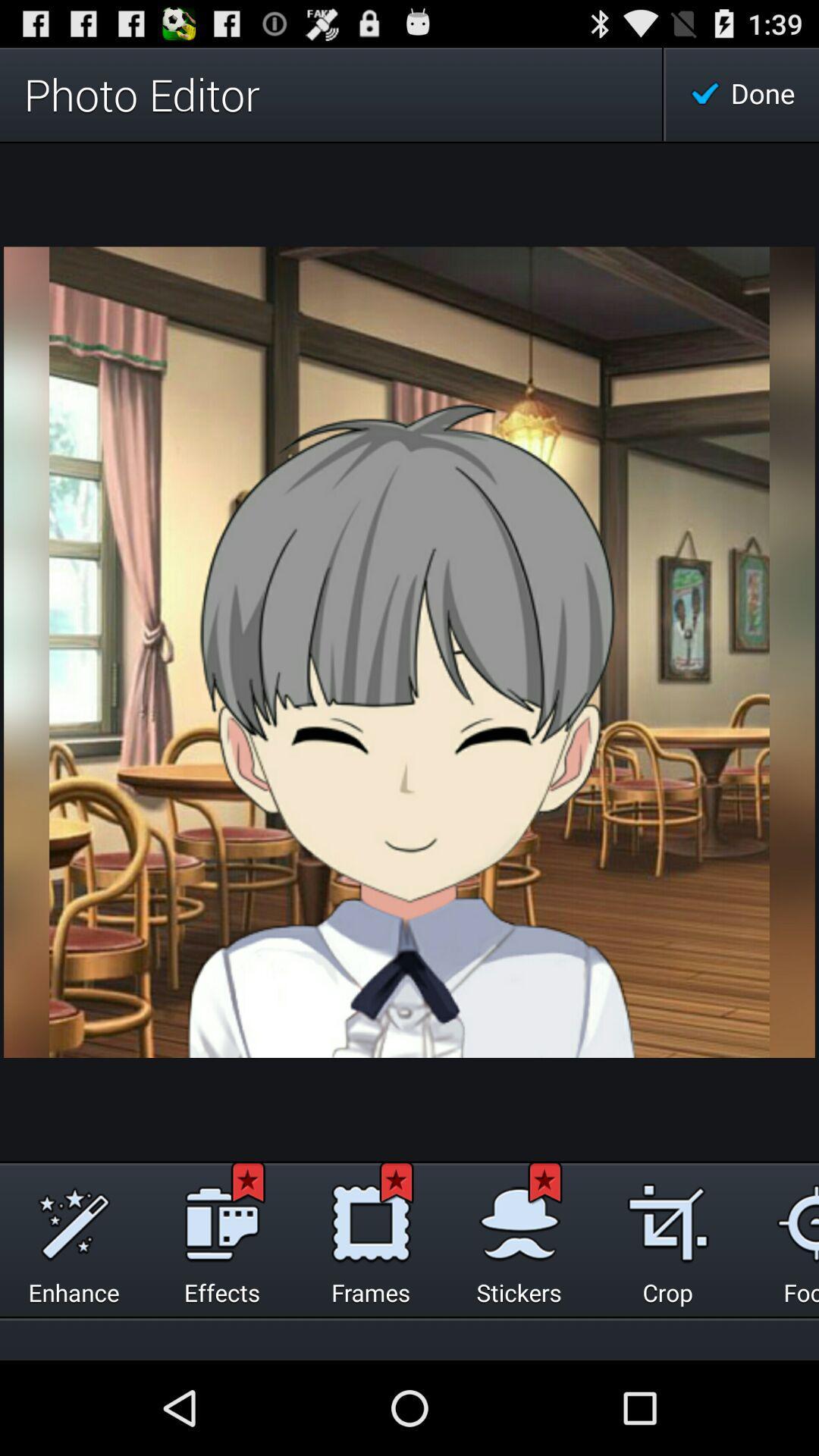  I want to click on the symbol above frames, so click(371, 1219).